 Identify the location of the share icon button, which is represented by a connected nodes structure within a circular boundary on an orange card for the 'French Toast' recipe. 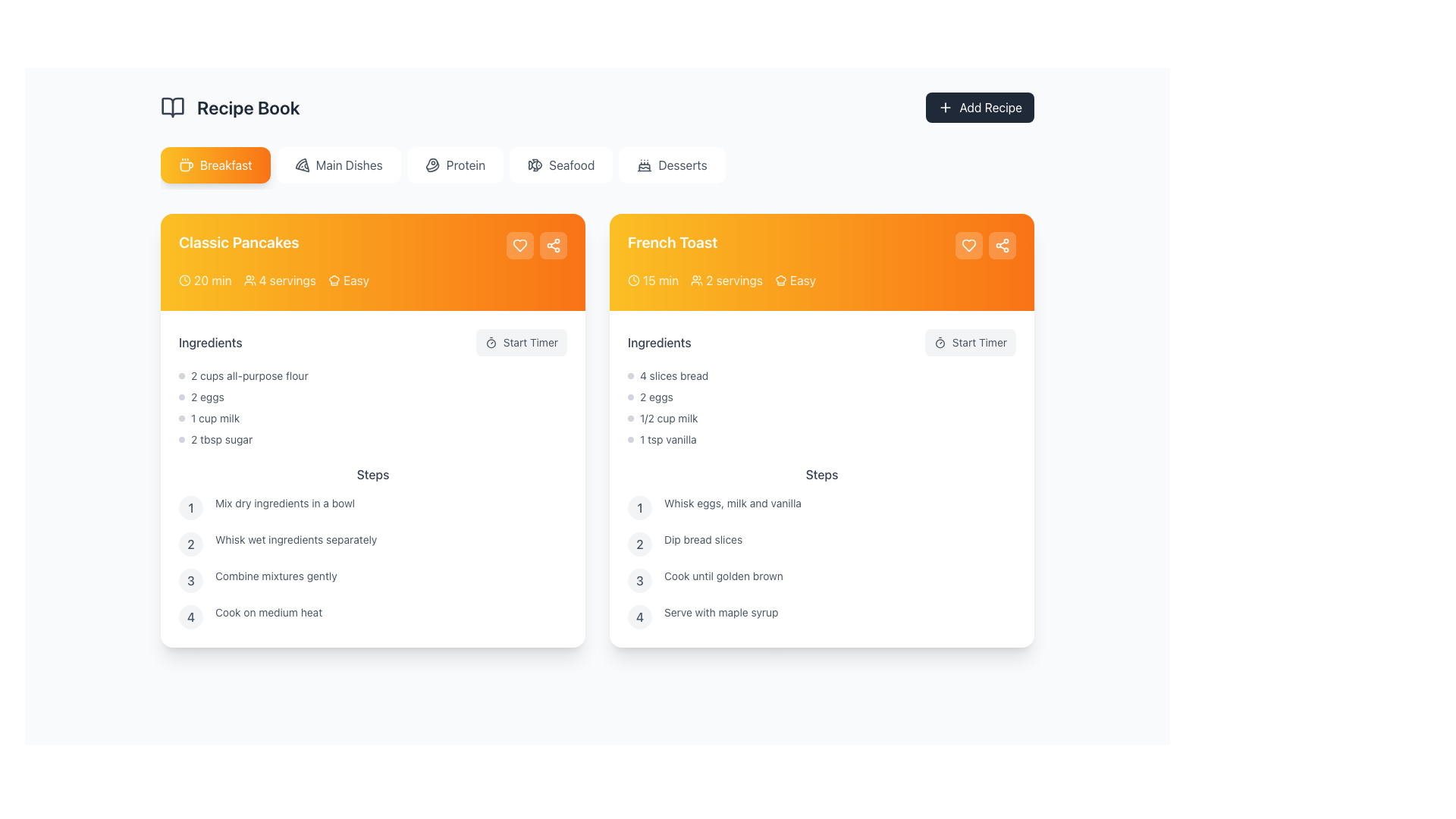
(1002, 245).